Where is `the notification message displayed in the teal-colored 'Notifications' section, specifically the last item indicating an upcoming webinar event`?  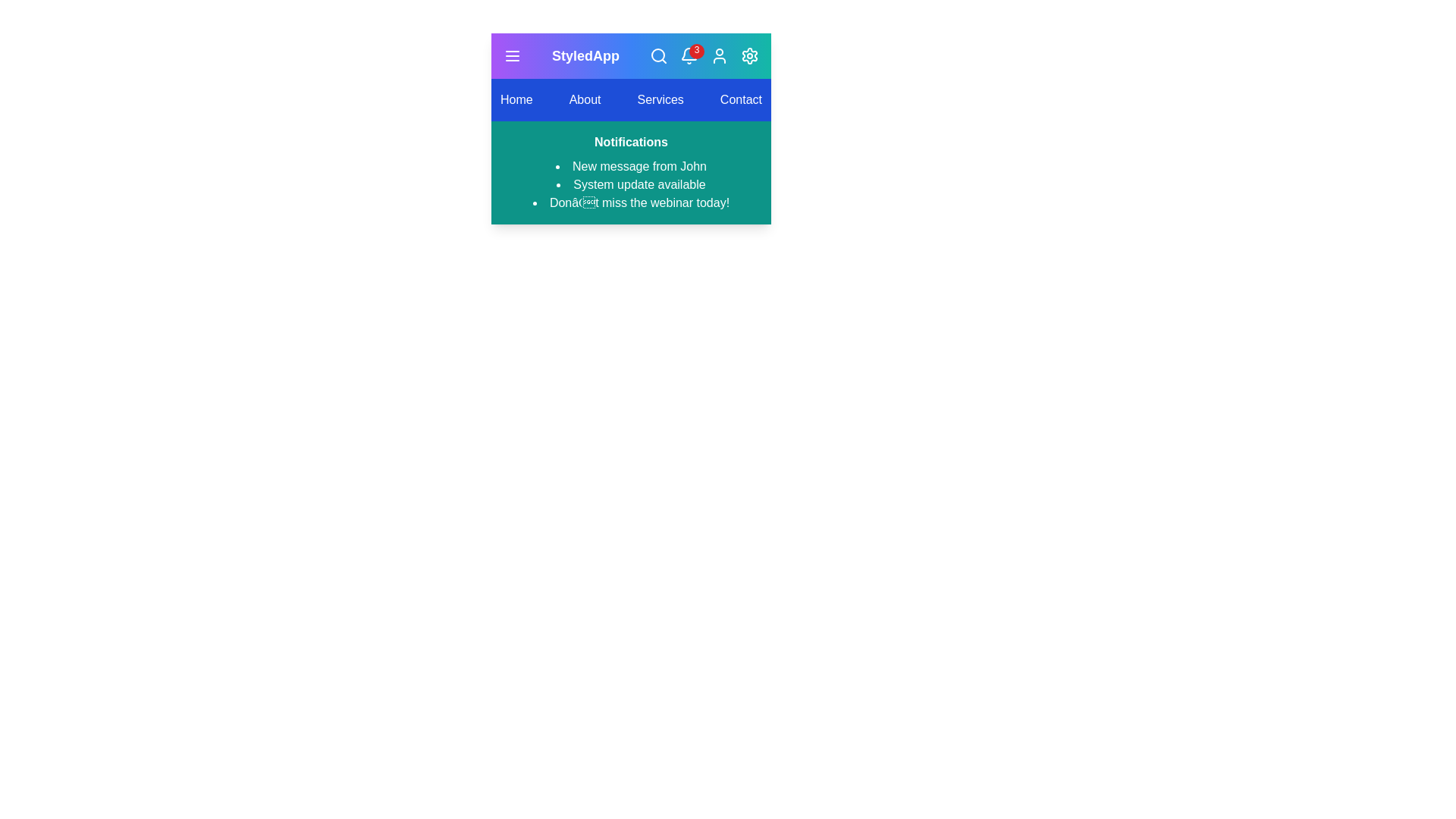
the notification message displayed in the teal-colored 'Notifications' section, specifically the last item indicating an upcoming webinar event is located at coordinates (631, 202).